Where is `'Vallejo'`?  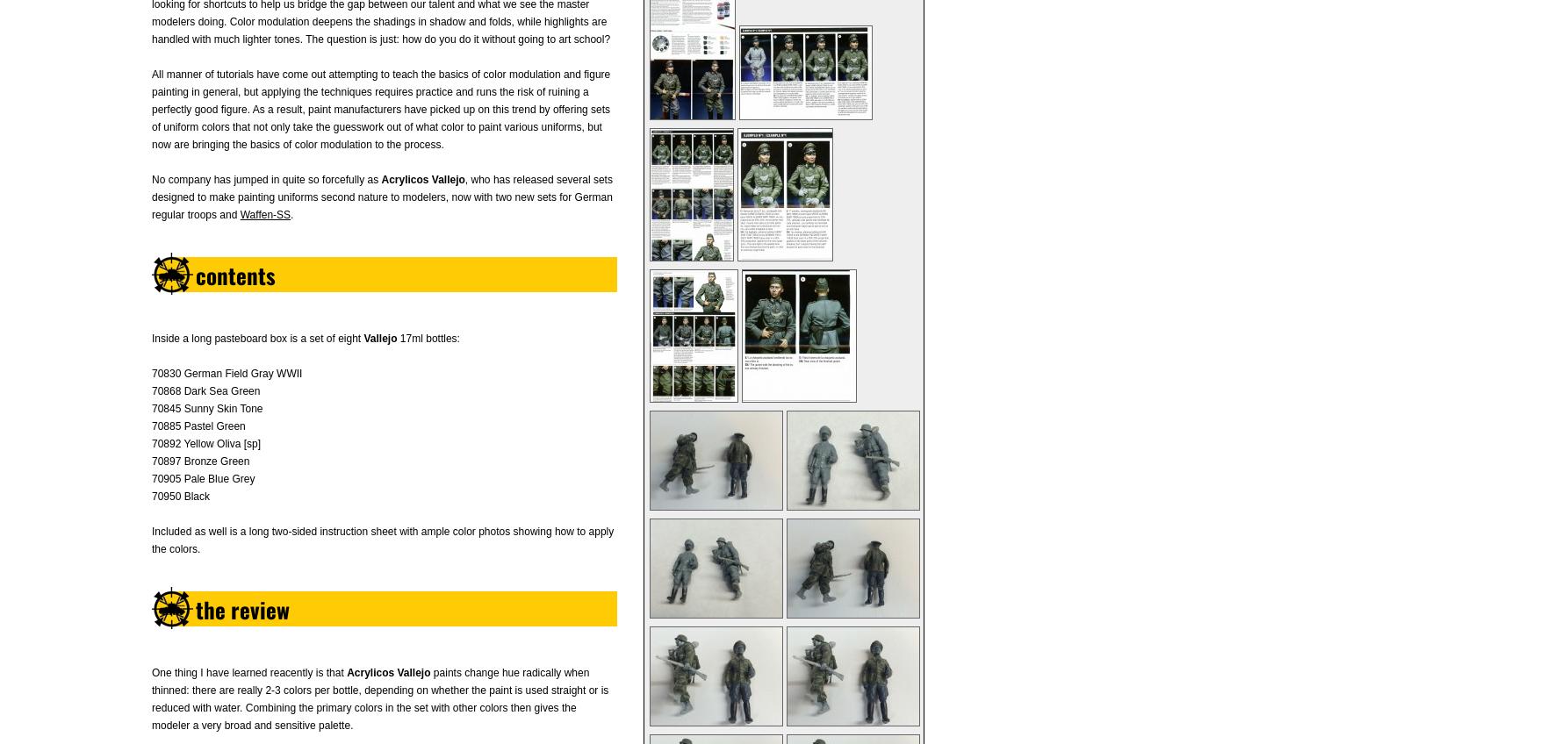
'Vallejo' is located at coordinates (379, 339).